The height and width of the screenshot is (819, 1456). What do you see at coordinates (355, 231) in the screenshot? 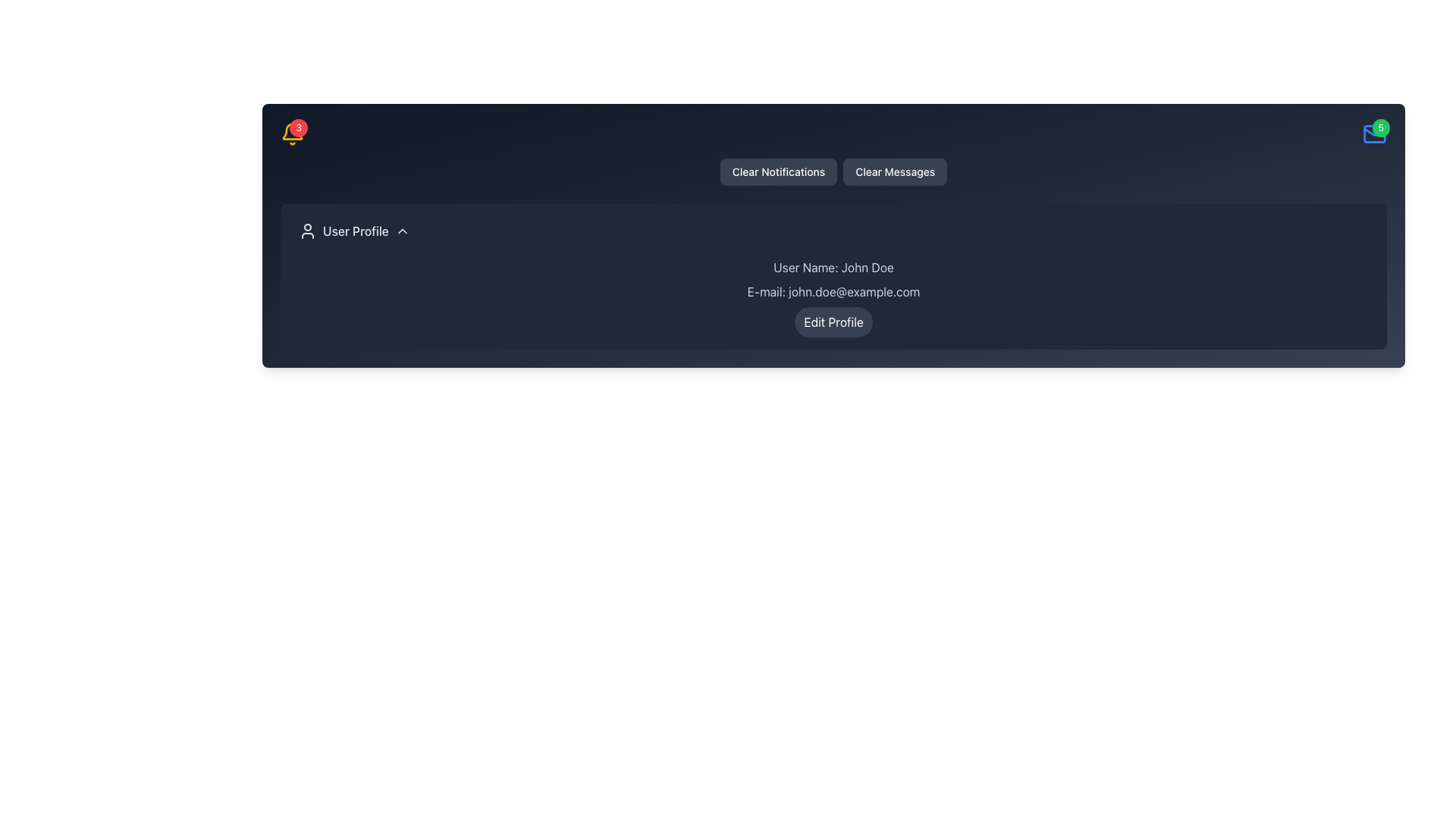
I see `text label 'User Profile' located in the user navigation menu, which is displayed in medium font weight and gray color against a dark background` at bounding box center [355, 231].